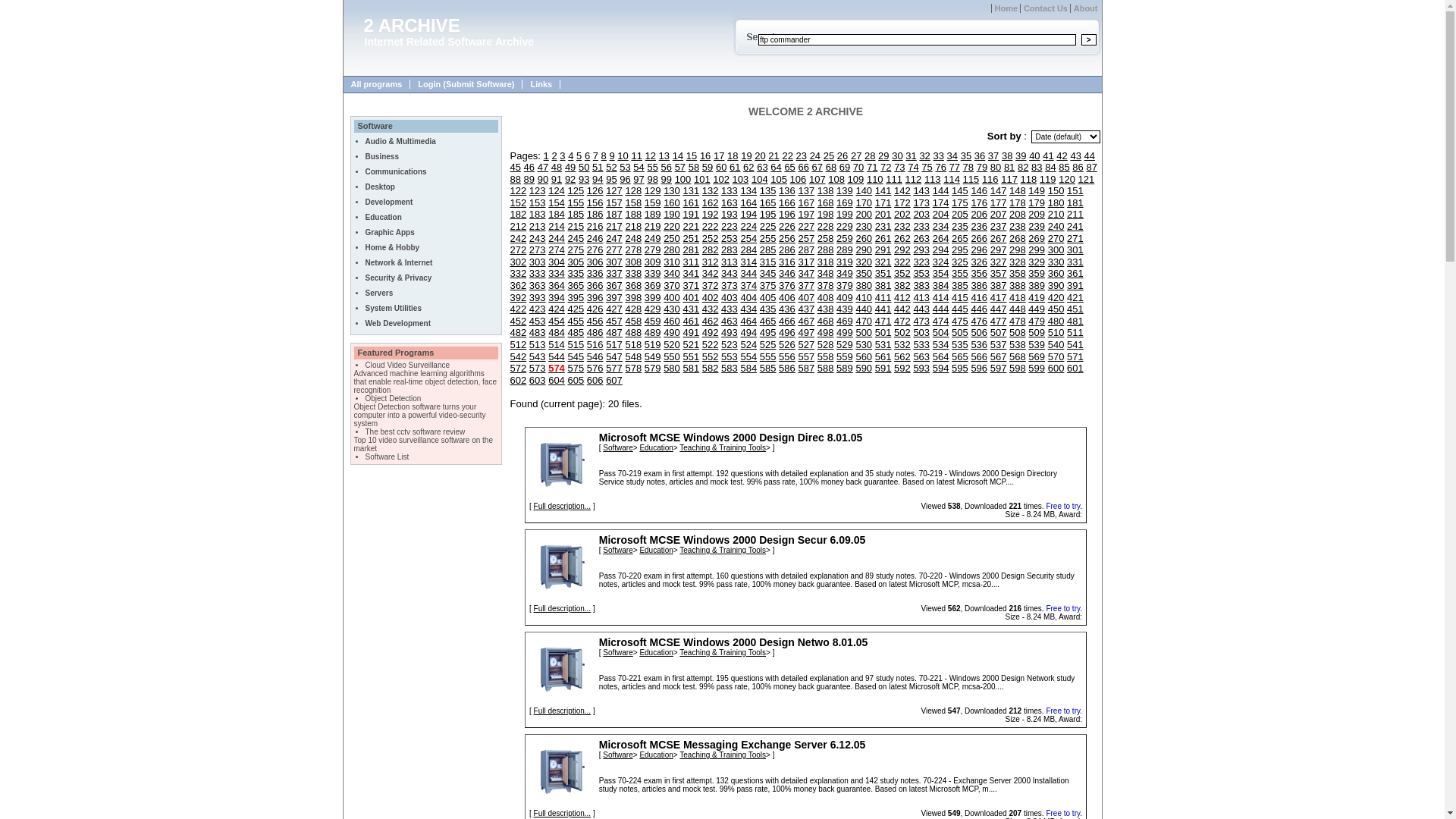  What do you see at coordinates (538, 249) in the screenshot?
I see `'273'` at bounding box center [538, 249].